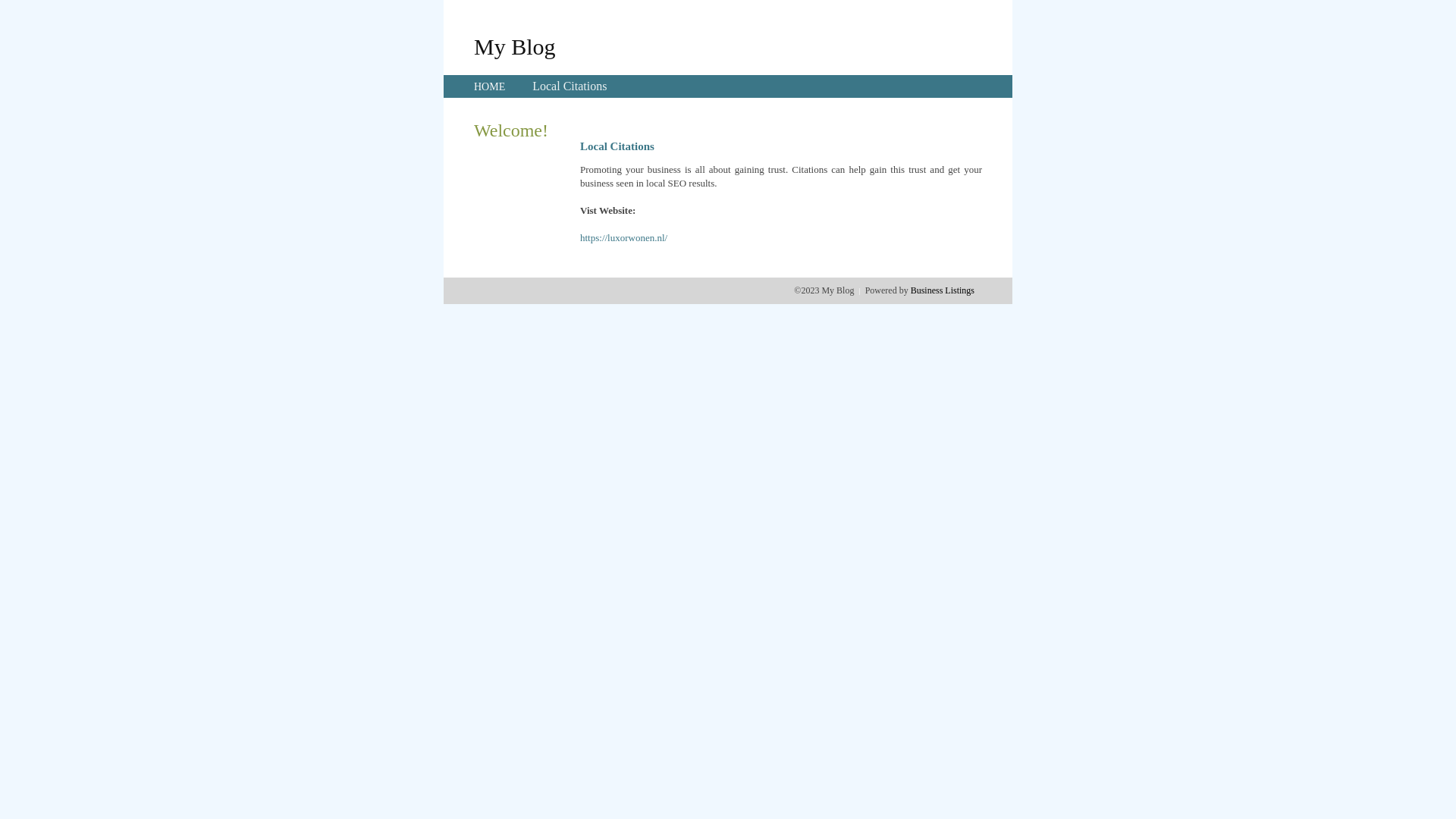  What do you see at coordinates (568, 86) in the screenshot?
I see `'Local Citations'` at bounding box center [568, 86].